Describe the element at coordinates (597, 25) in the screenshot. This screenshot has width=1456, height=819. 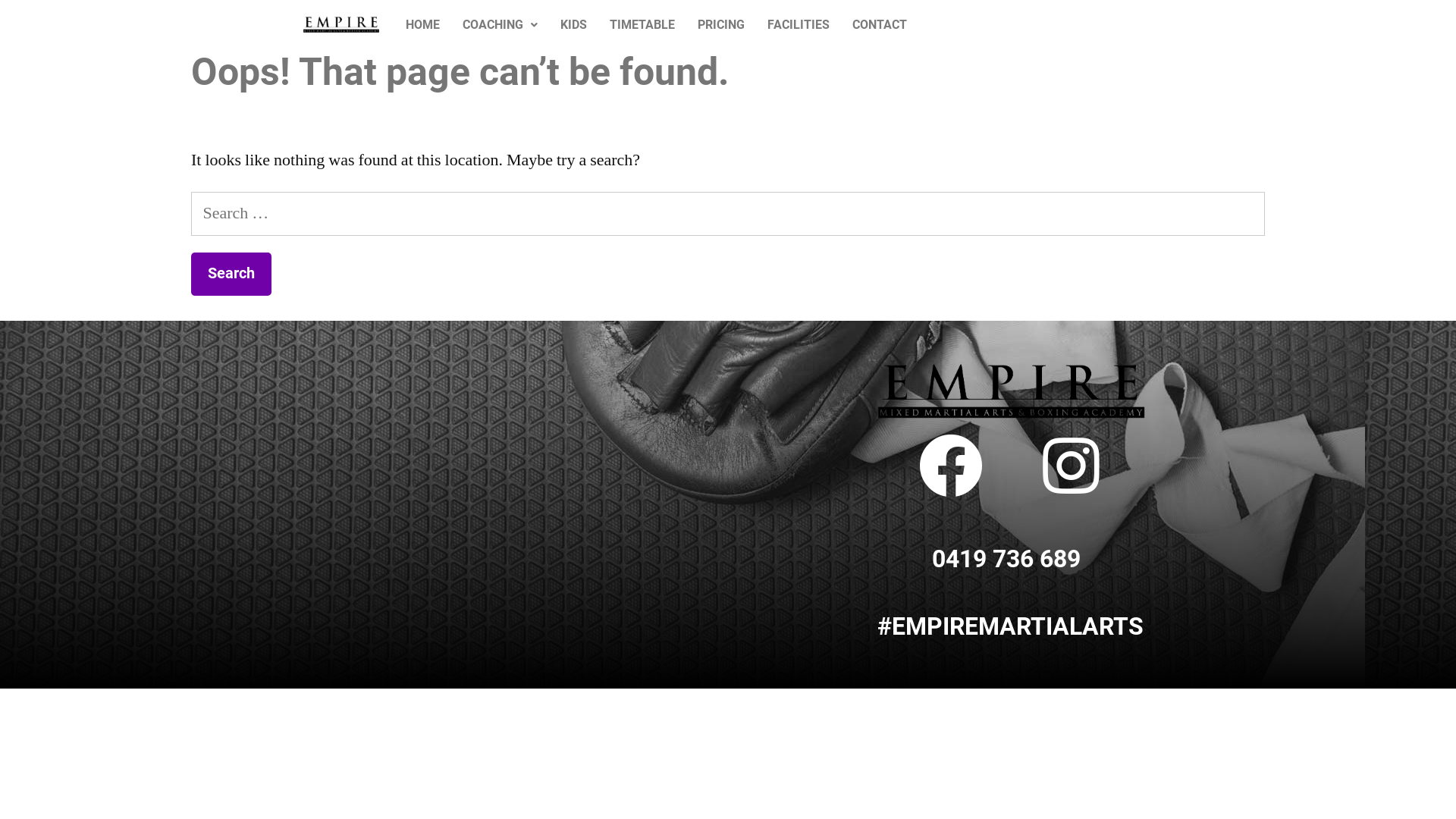
I see `'TIMETABLE'` at that location.